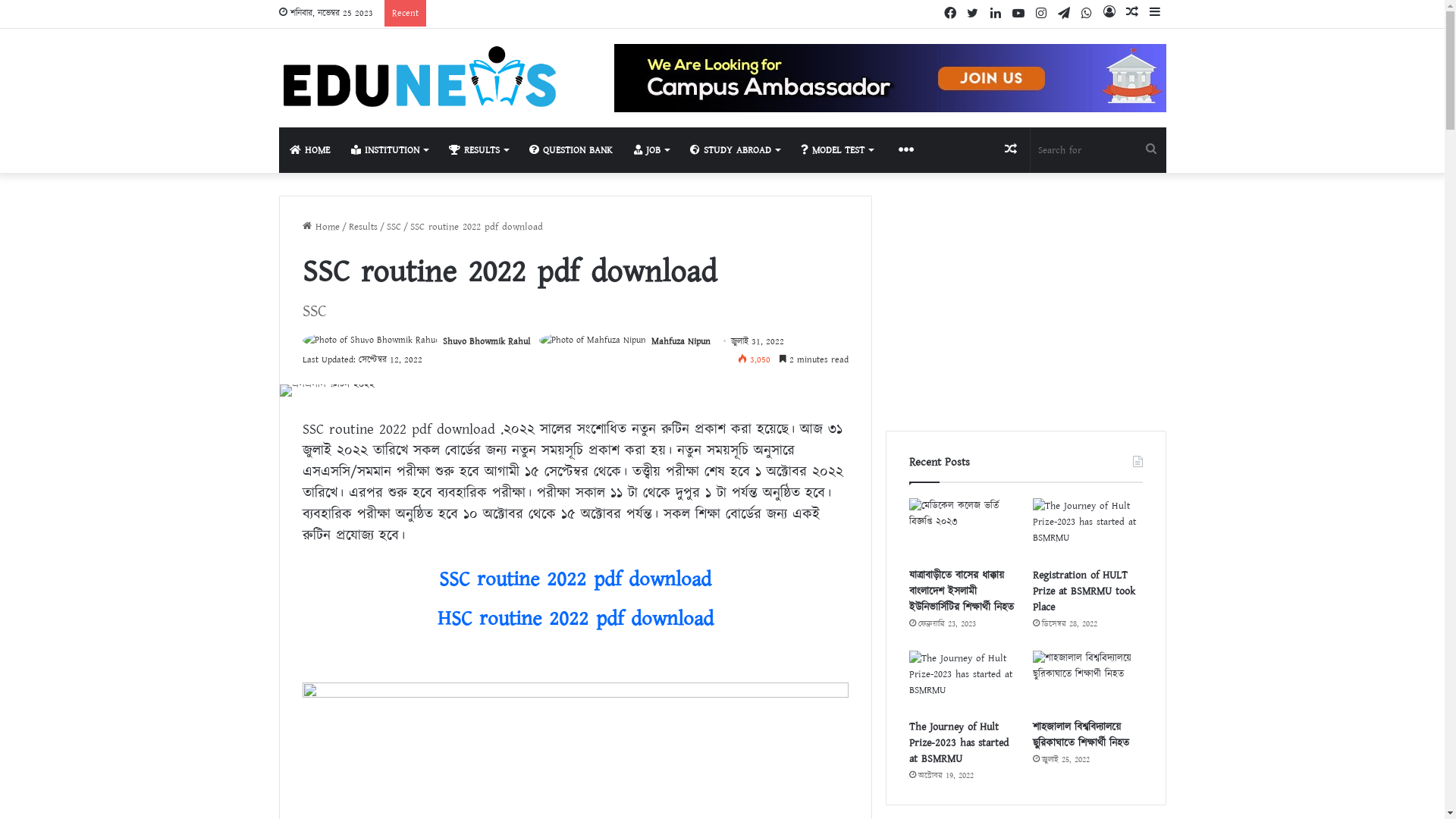 The height and width of the screenshot is (819, 1456). What do you see at coordinates (1030, 14) in the screenshot?
I see `'Instagram'` at bounding box center [1030, 14].